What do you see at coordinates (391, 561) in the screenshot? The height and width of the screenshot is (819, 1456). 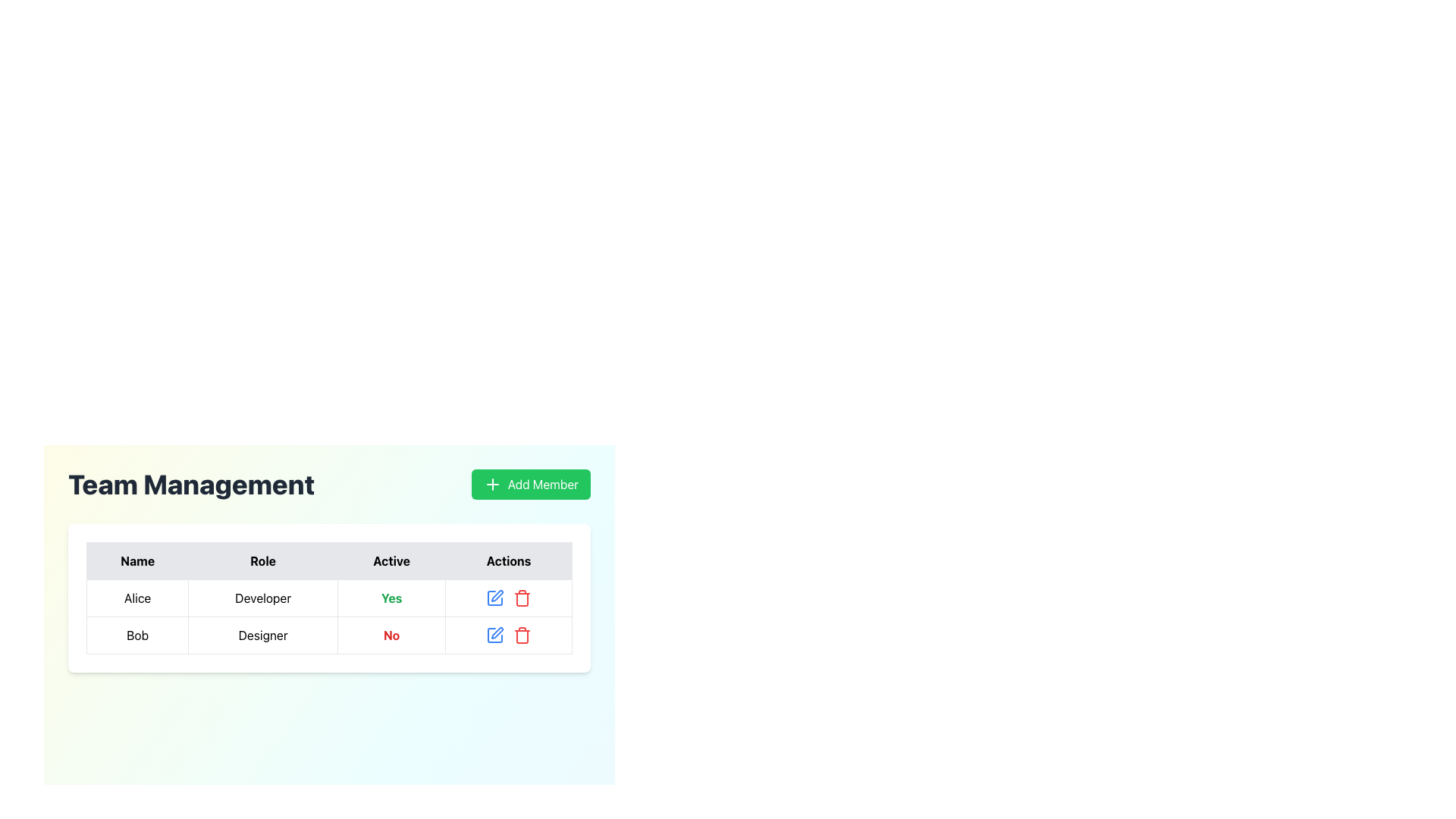 I see `the Table Header Cell that indicates the active status of listed users, located in the third column of the table header row` at bounding box center [391, 561].